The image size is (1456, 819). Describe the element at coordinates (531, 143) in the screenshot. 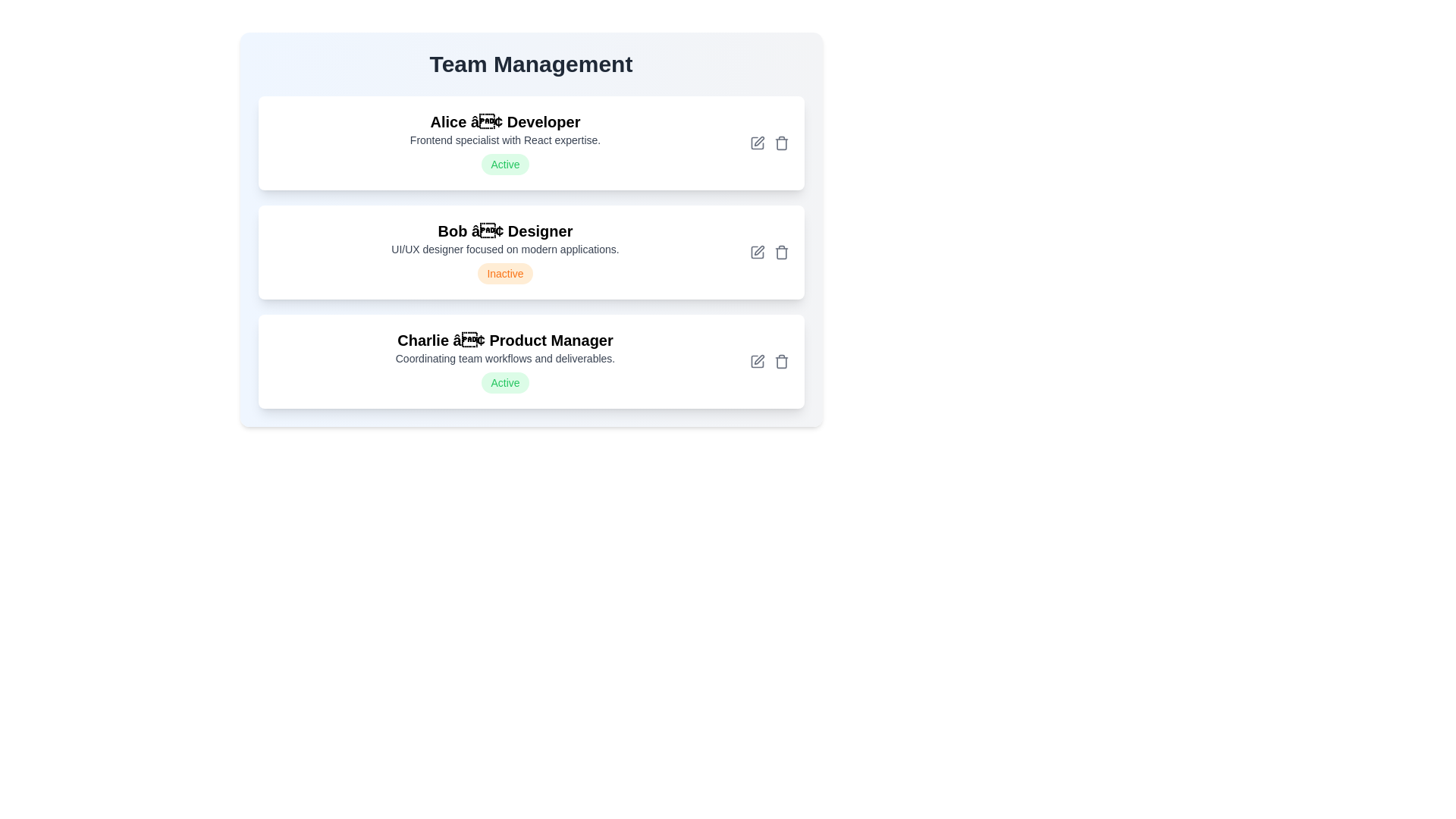

I see `the team member card to view their details. The parameter Alice specifies the team member to interact with` at that location.